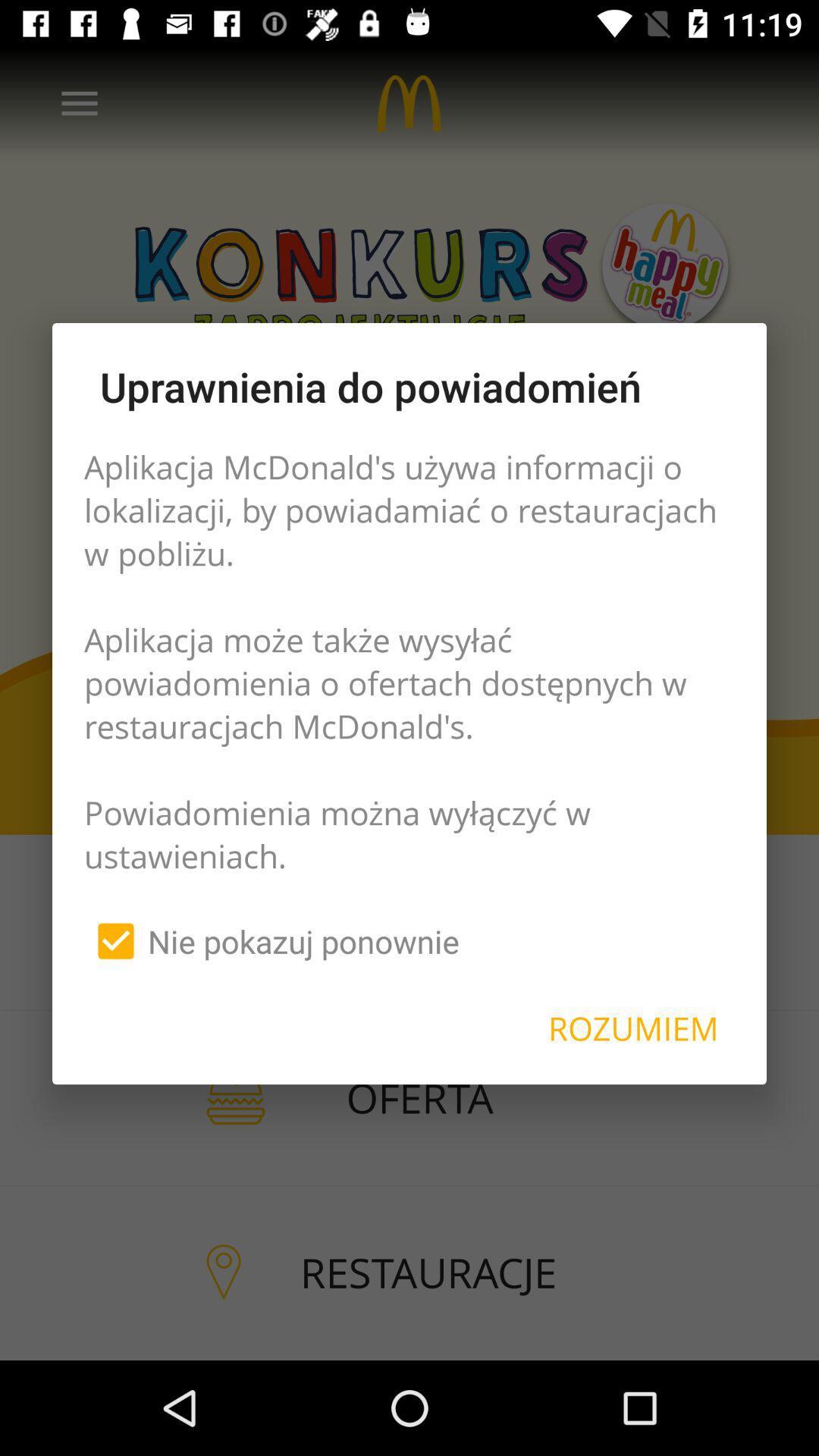 This screenshot has width=819, height=1456. Describe the element at coordinates (633, 1028) in the screenshot. I see `the icon below the aplikacja mcdonald s icon` at that location.